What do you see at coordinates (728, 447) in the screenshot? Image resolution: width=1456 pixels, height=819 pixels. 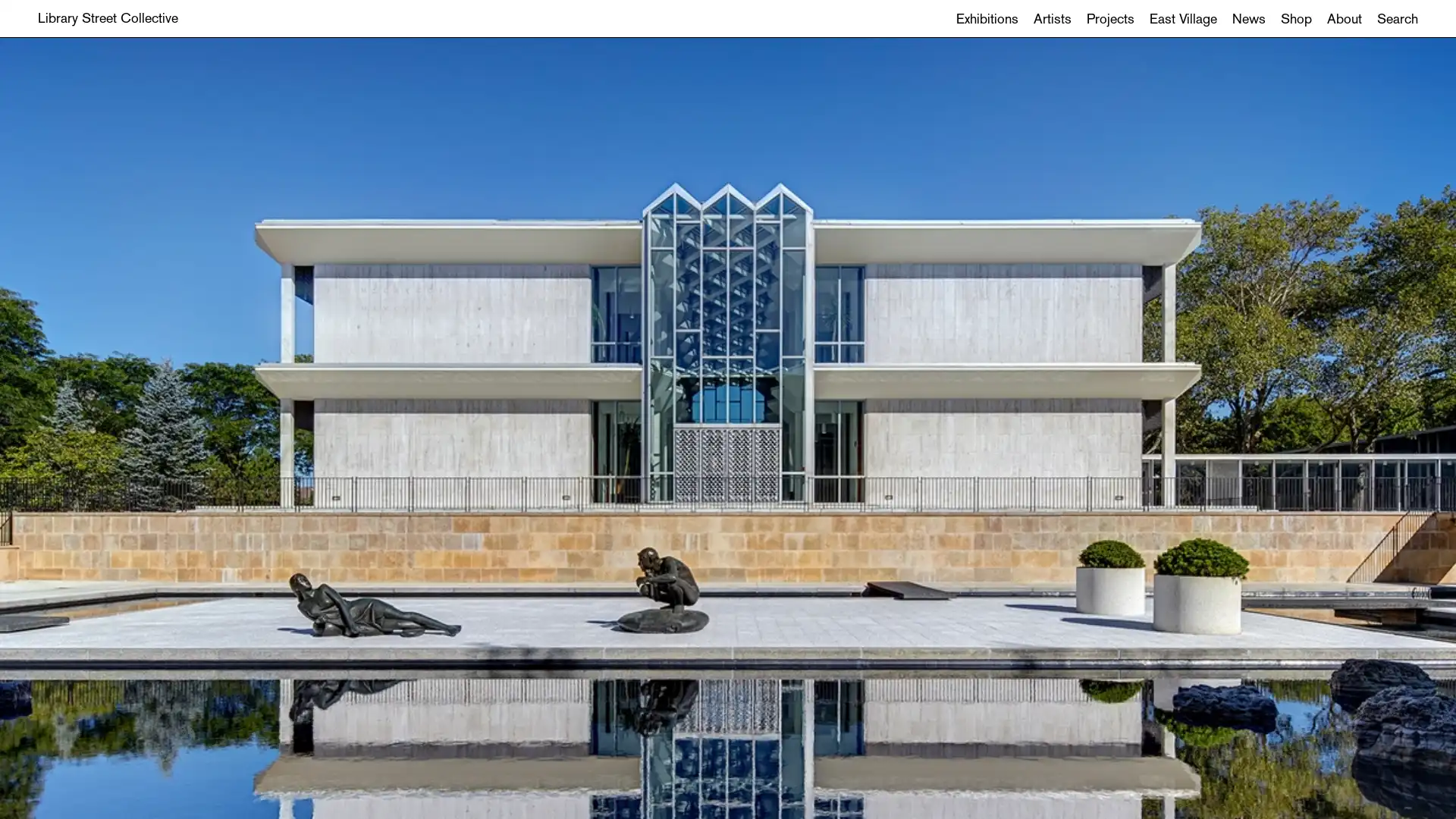 I see `Search` at bounding box center [728, 447].